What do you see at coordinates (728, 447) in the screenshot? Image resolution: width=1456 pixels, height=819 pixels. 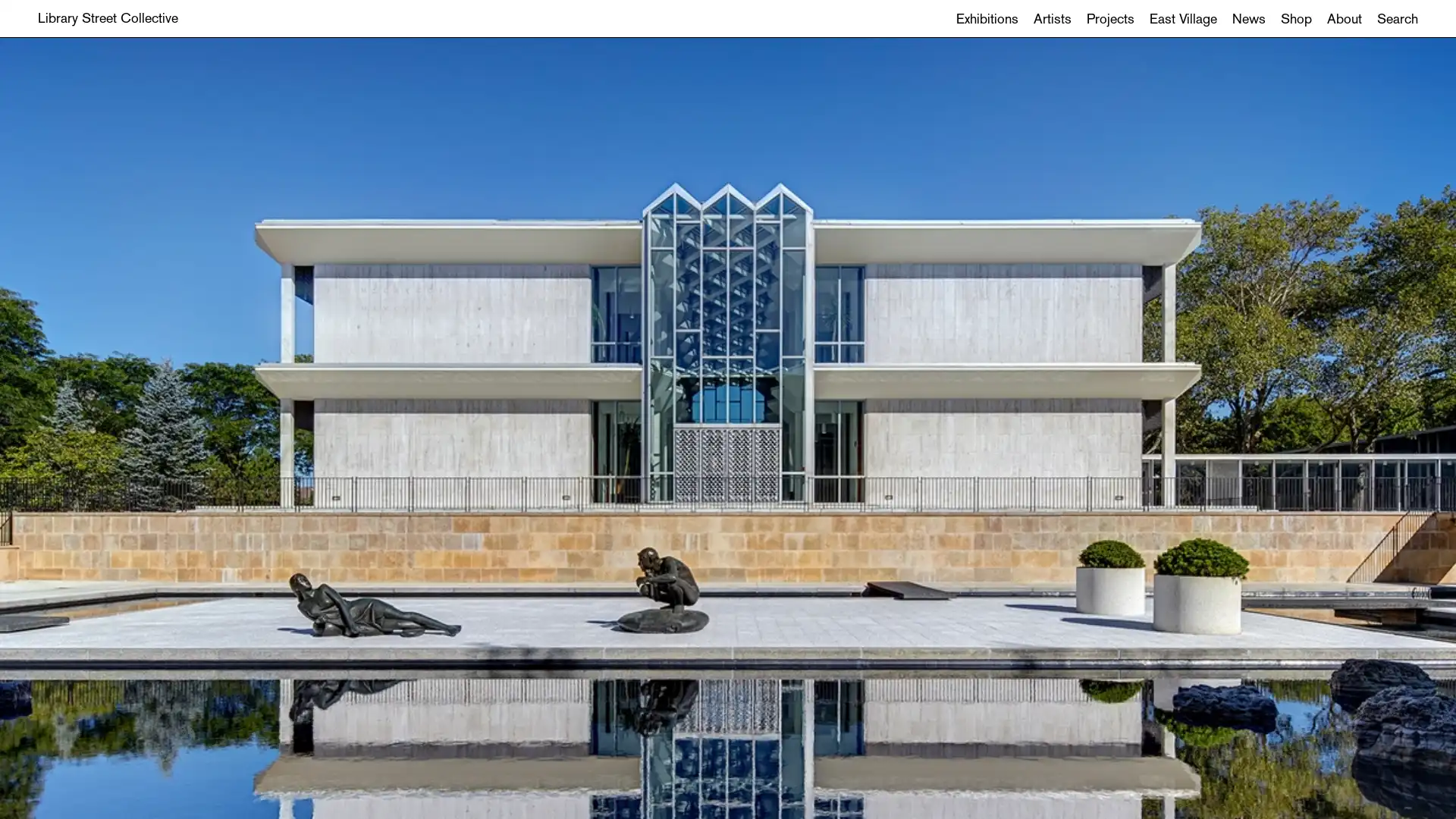 I see `Search` at bounding box center [728, 447].